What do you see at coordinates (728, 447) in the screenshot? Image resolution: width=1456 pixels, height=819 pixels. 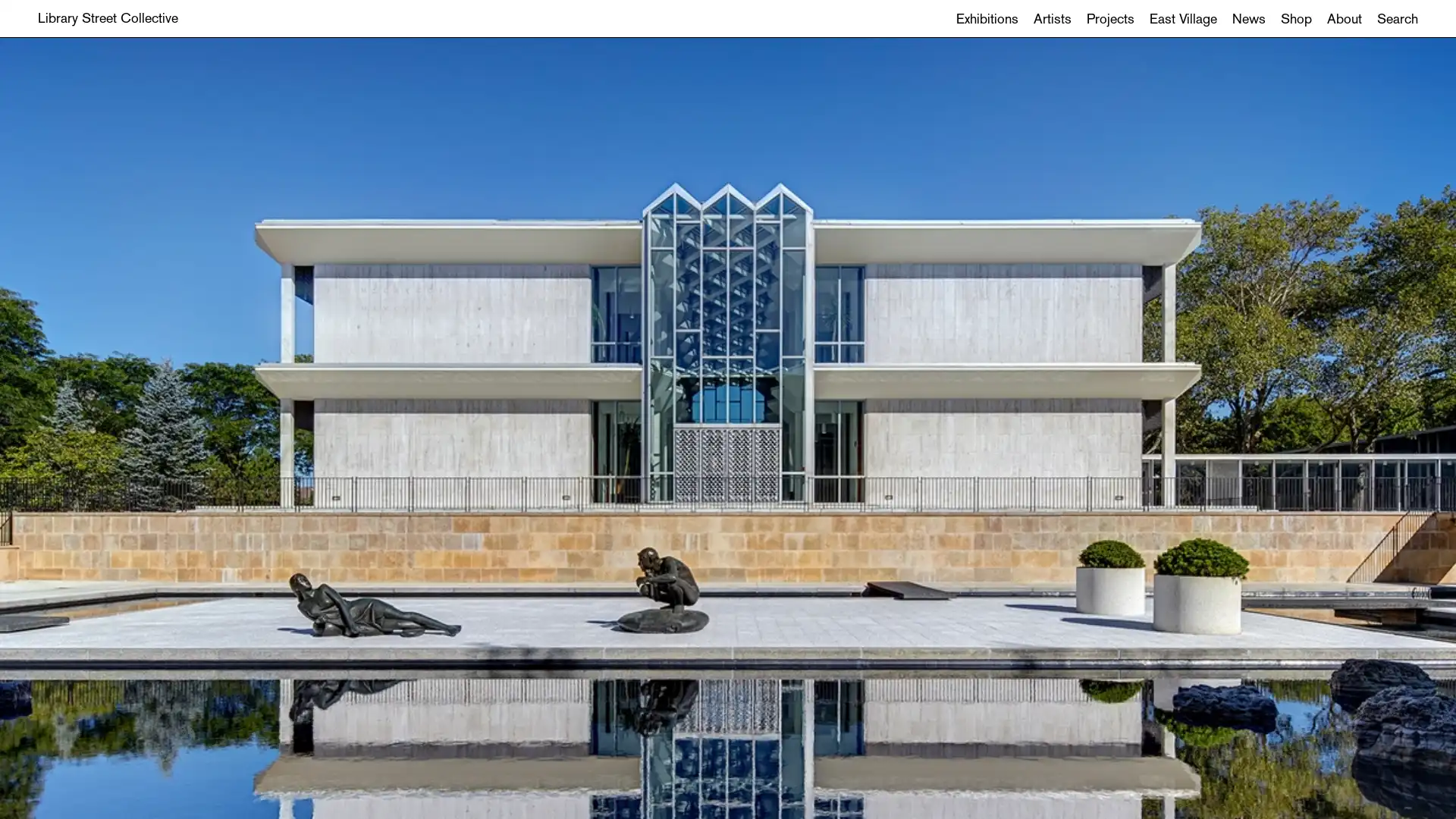 I see `Search` at bounding box center [728, 447].